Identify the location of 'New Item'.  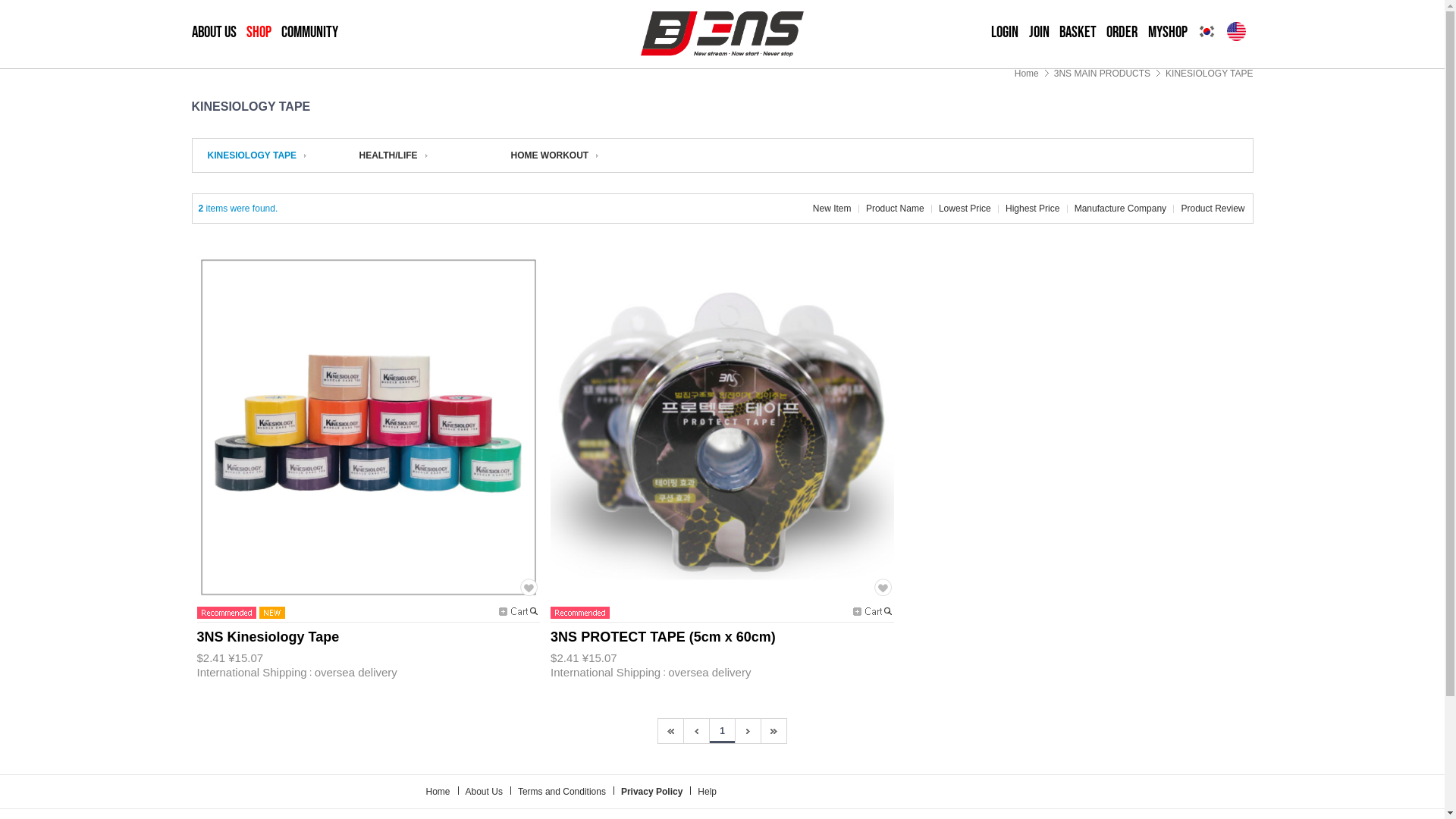
(831, 208).